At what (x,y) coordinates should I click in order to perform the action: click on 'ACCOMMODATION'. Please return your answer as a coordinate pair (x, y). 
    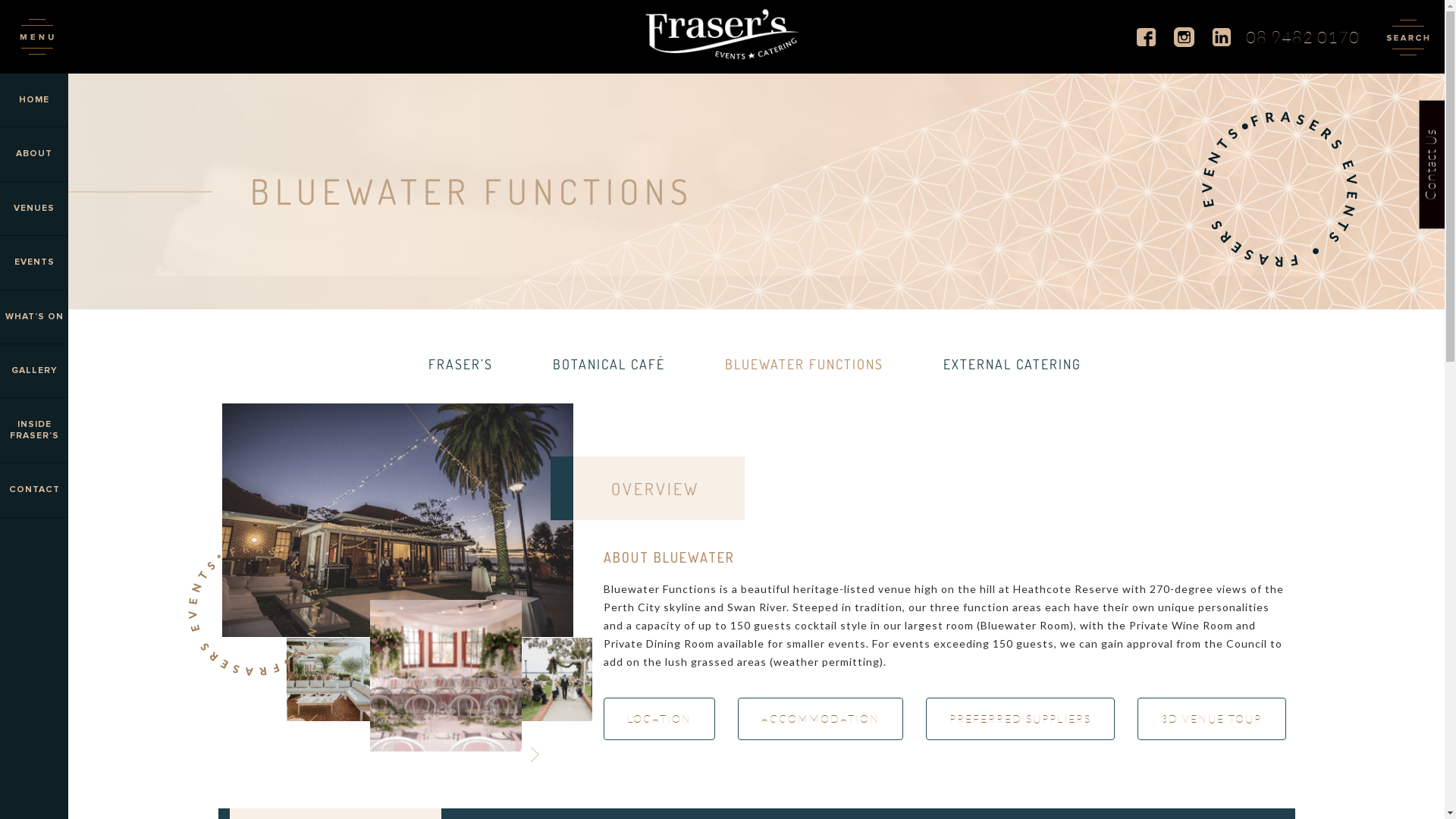
    Looking at the image, I should click on (819, 718).